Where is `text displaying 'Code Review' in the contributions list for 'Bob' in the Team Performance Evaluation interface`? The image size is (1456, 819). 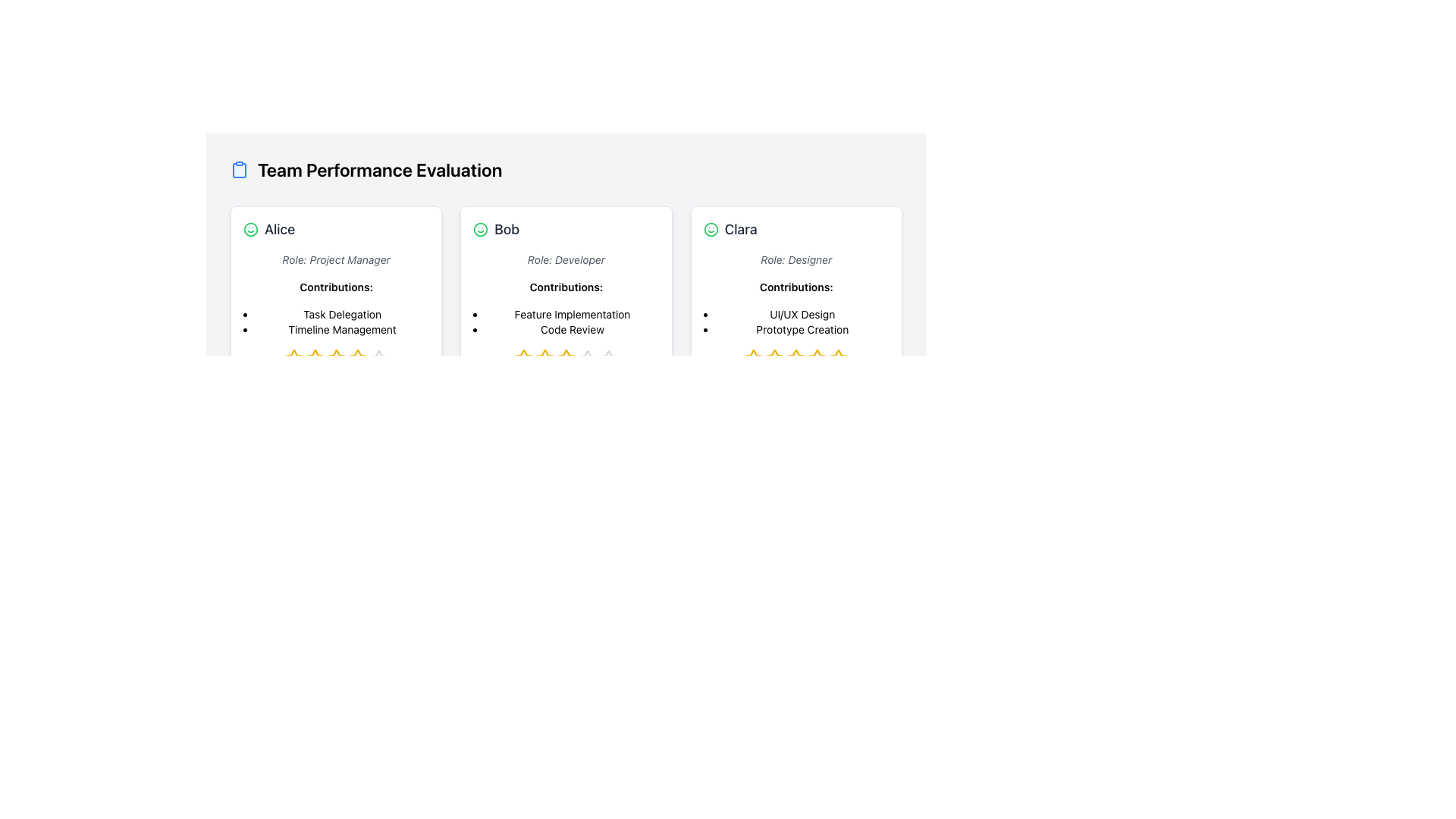 text displaying 'Code Review' in the contributions list for 'Bob' in the Team Performance Evaluation interface is located at coordinates (571, 329).